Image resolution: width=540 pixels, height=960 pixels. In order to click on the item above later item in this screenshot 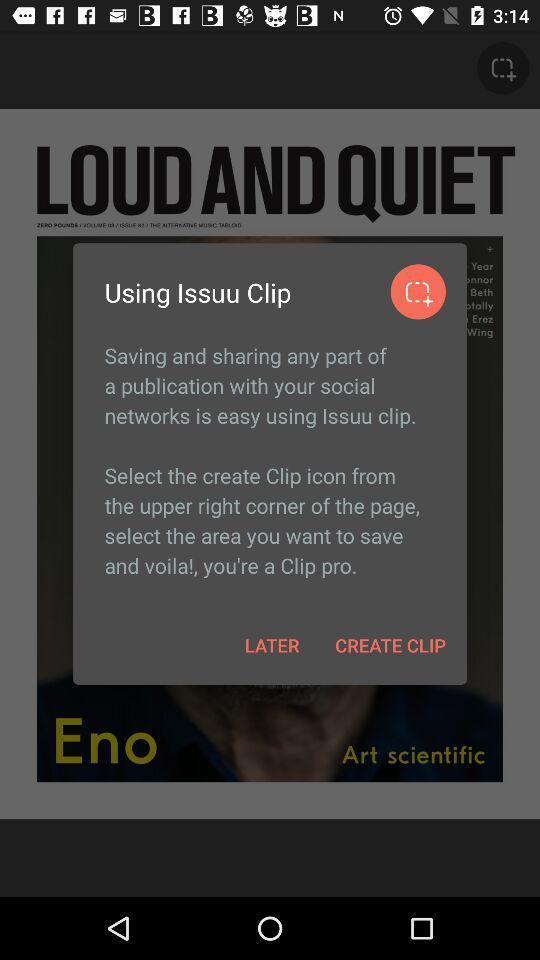, I will do `click(270, 460)`.